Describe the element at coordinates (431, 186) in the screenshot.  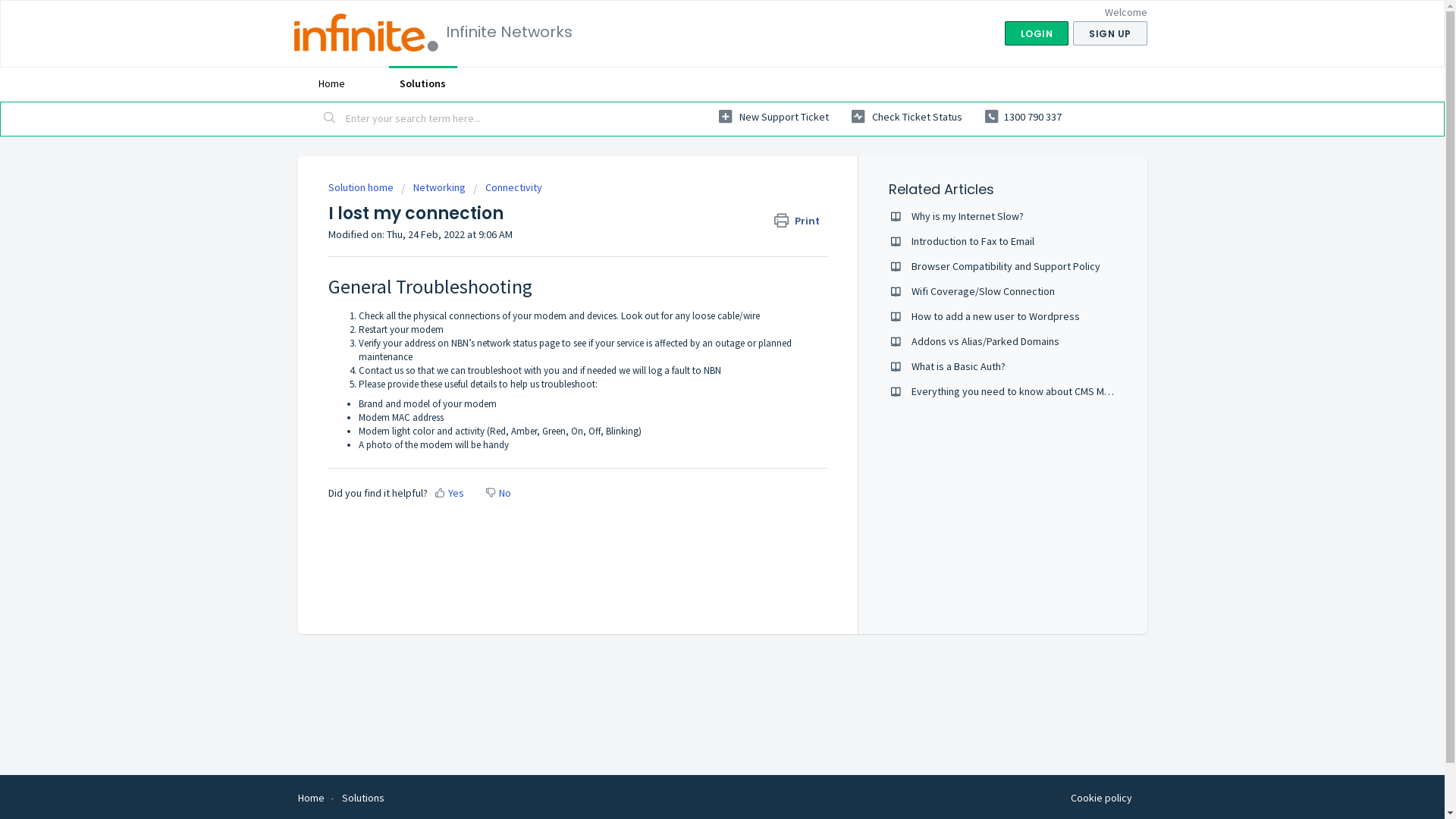
I see `'Networking'` at that location.